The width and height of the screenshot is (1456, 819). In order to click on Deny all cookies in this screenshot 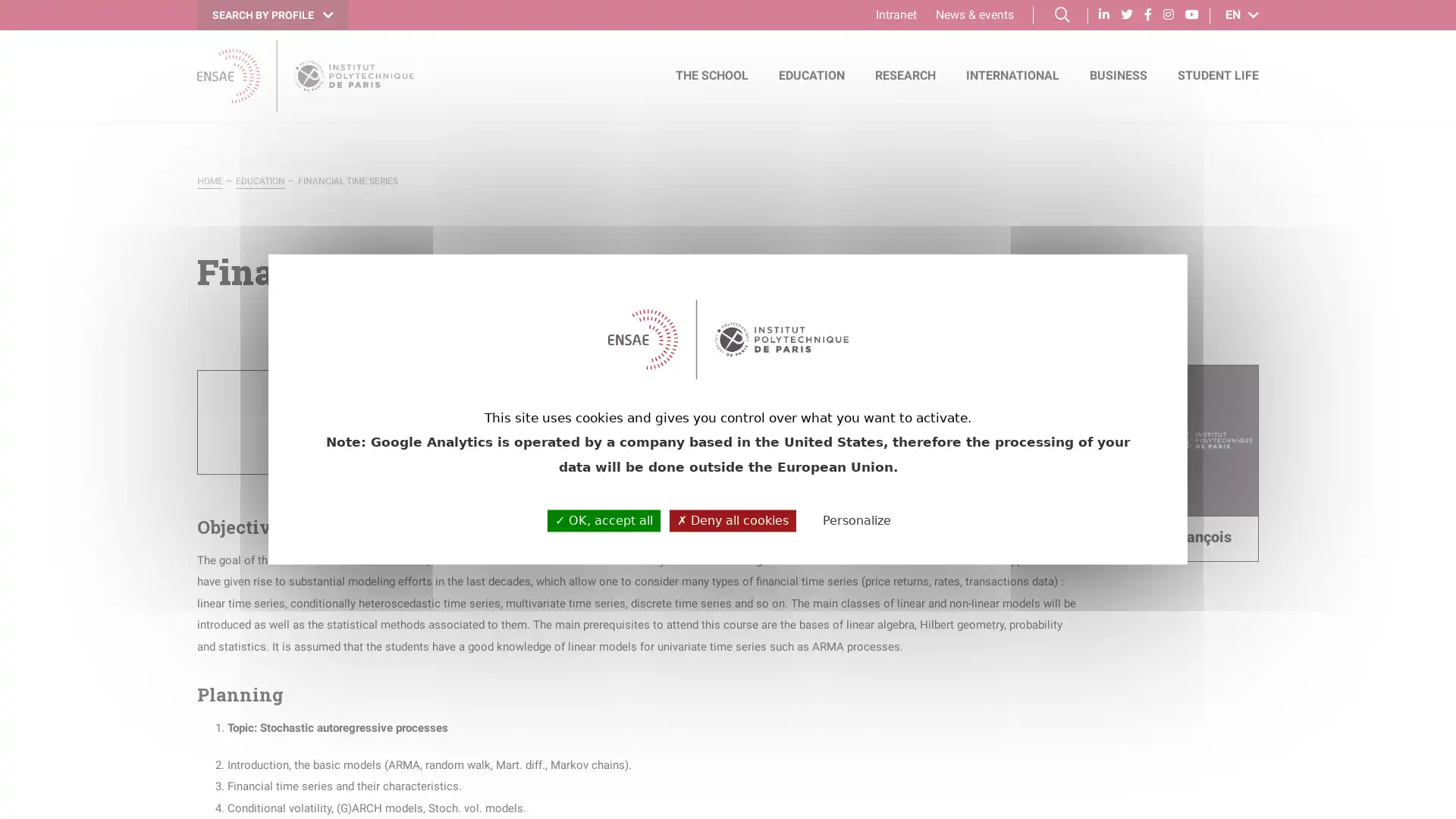, I will do `click(733, 519)`.